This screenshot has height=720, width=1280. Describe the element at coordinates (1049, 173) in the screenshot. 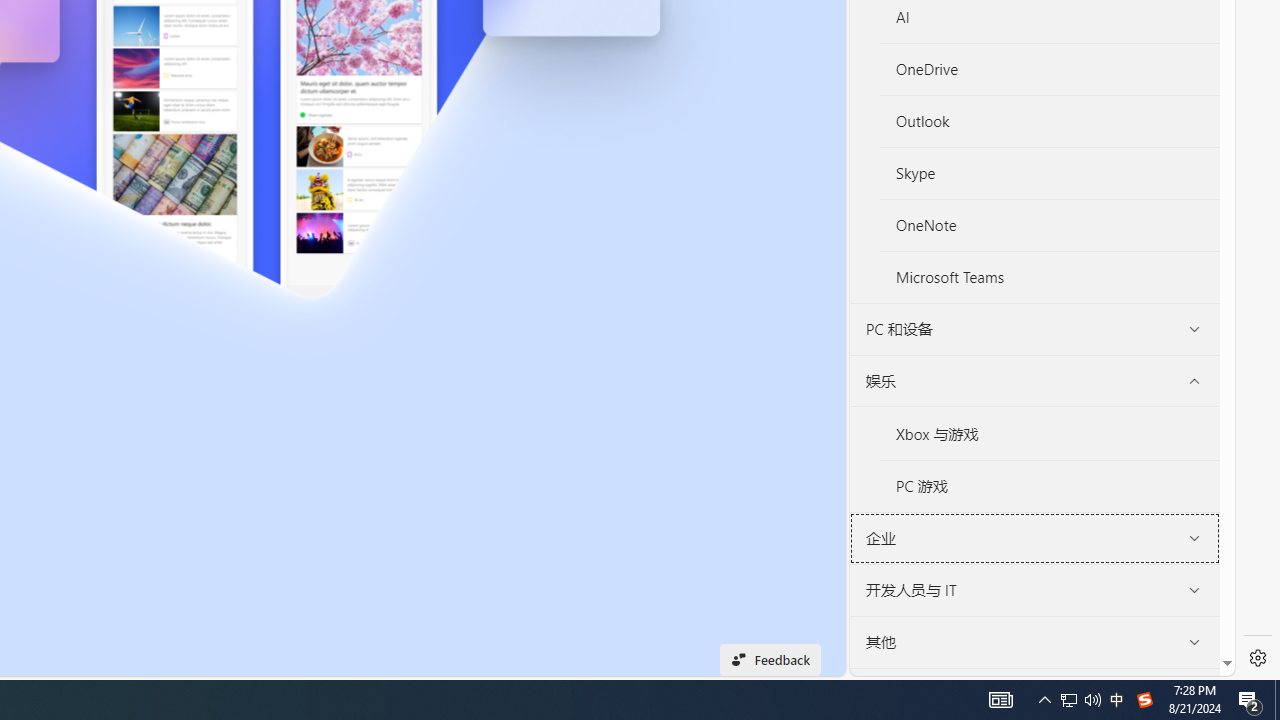

I see `'Skype'` at that location.